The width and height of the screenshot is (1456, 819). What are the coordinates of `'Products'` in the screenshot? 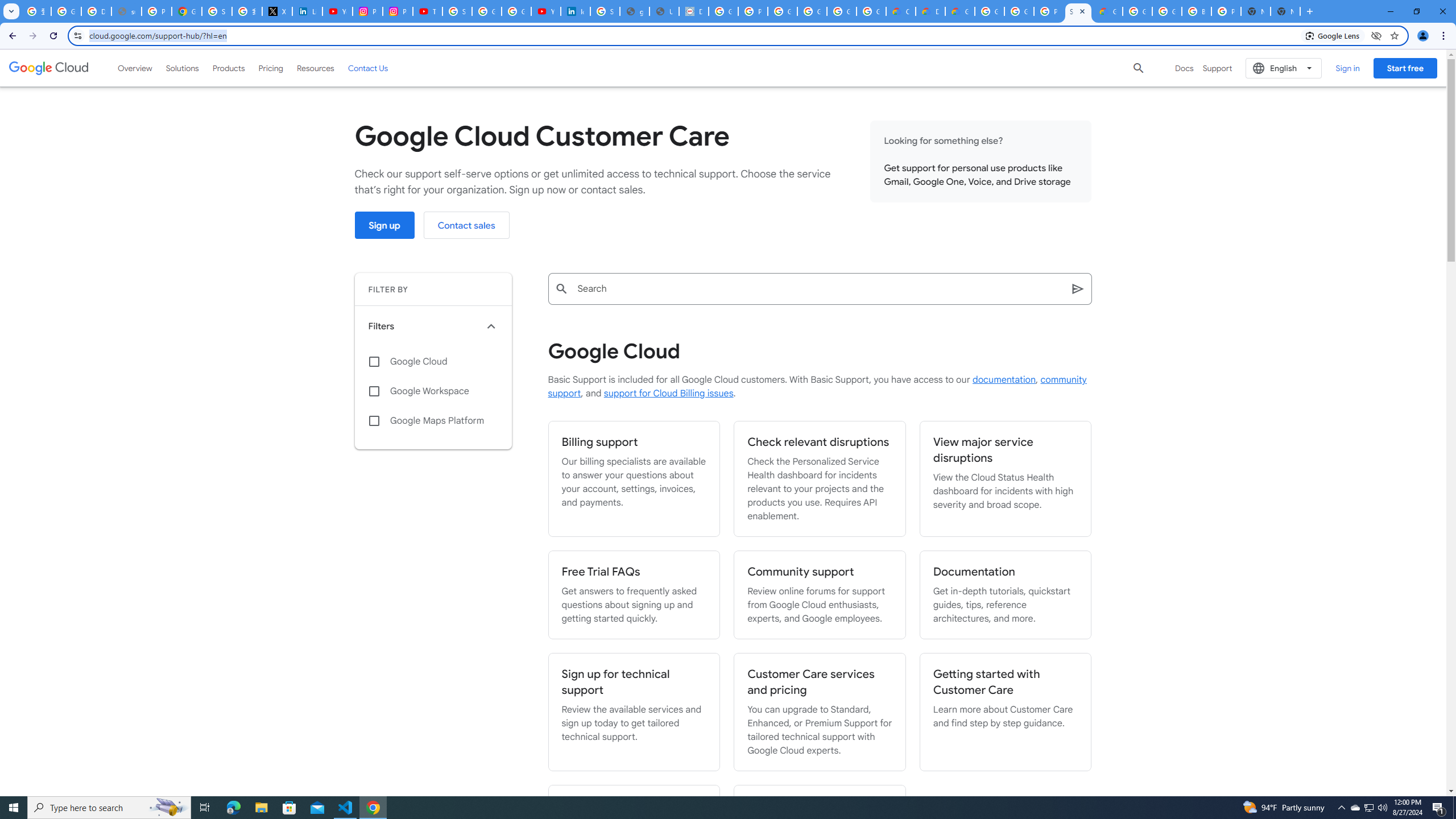 It's located at (227, 67).